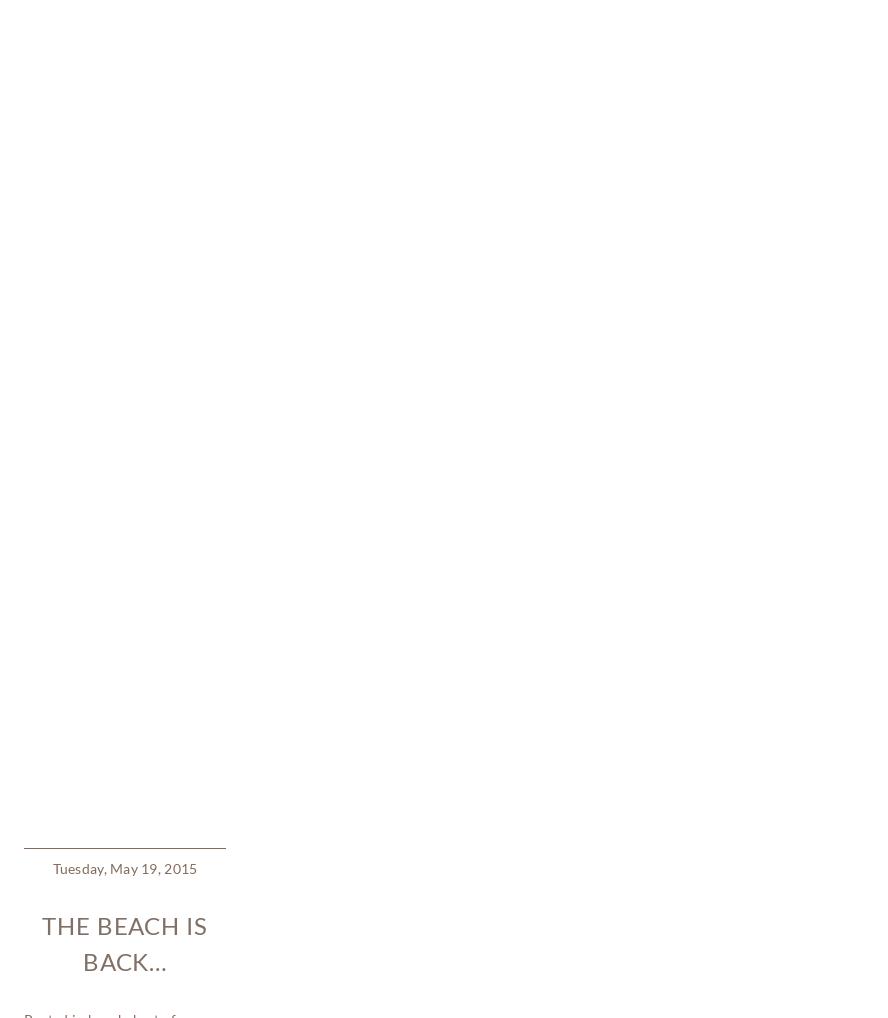 Image resolution: width=888 pixels, height=1018 pixels. What do you see at coordinates (83, 438) in the screenshot?
I see `'family'` at bounding box center [83, 438].